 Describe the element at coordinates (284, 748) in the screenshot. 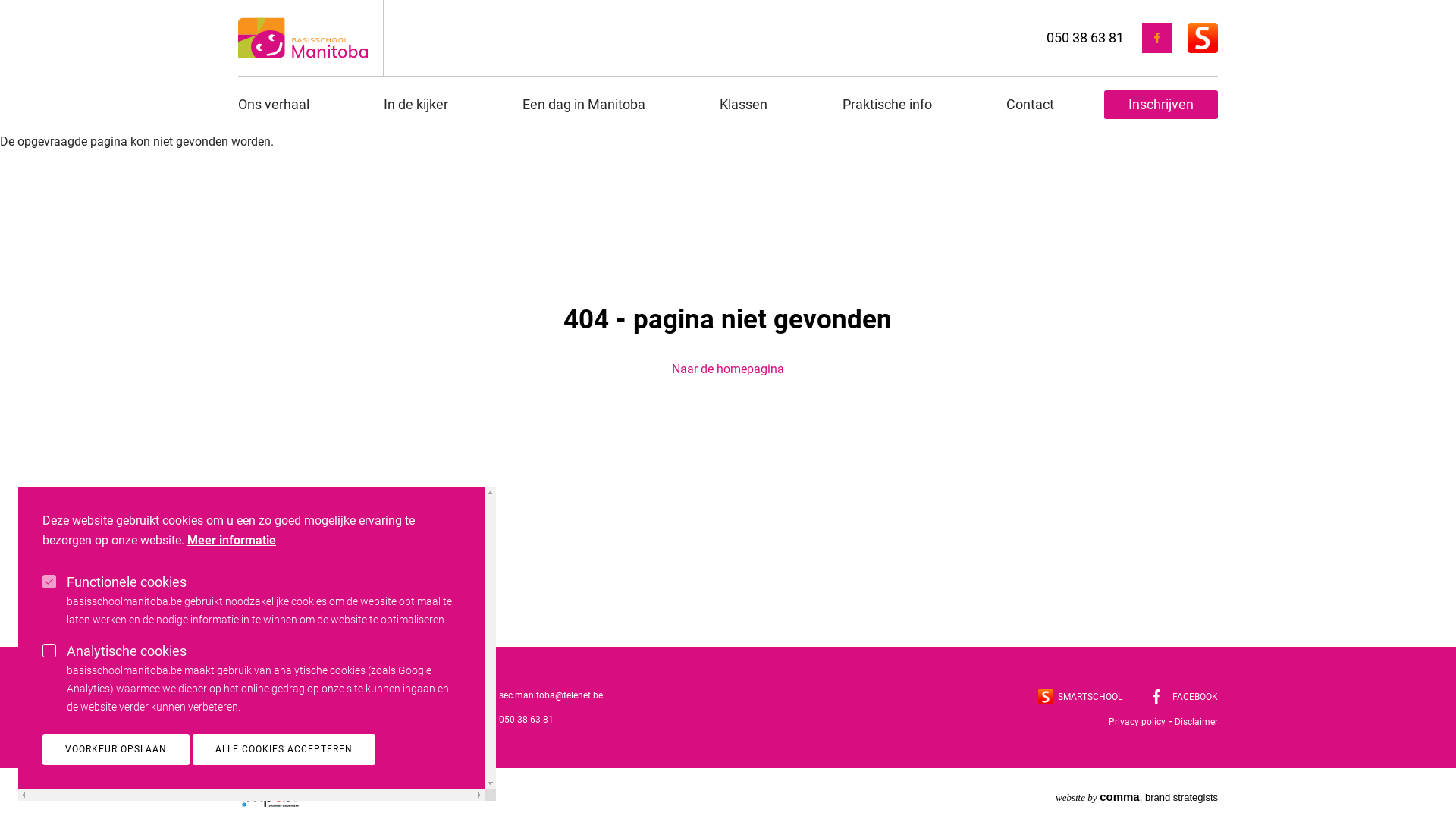

I see `'ALLE COOKIES ACCEPTEREN'` at that location.